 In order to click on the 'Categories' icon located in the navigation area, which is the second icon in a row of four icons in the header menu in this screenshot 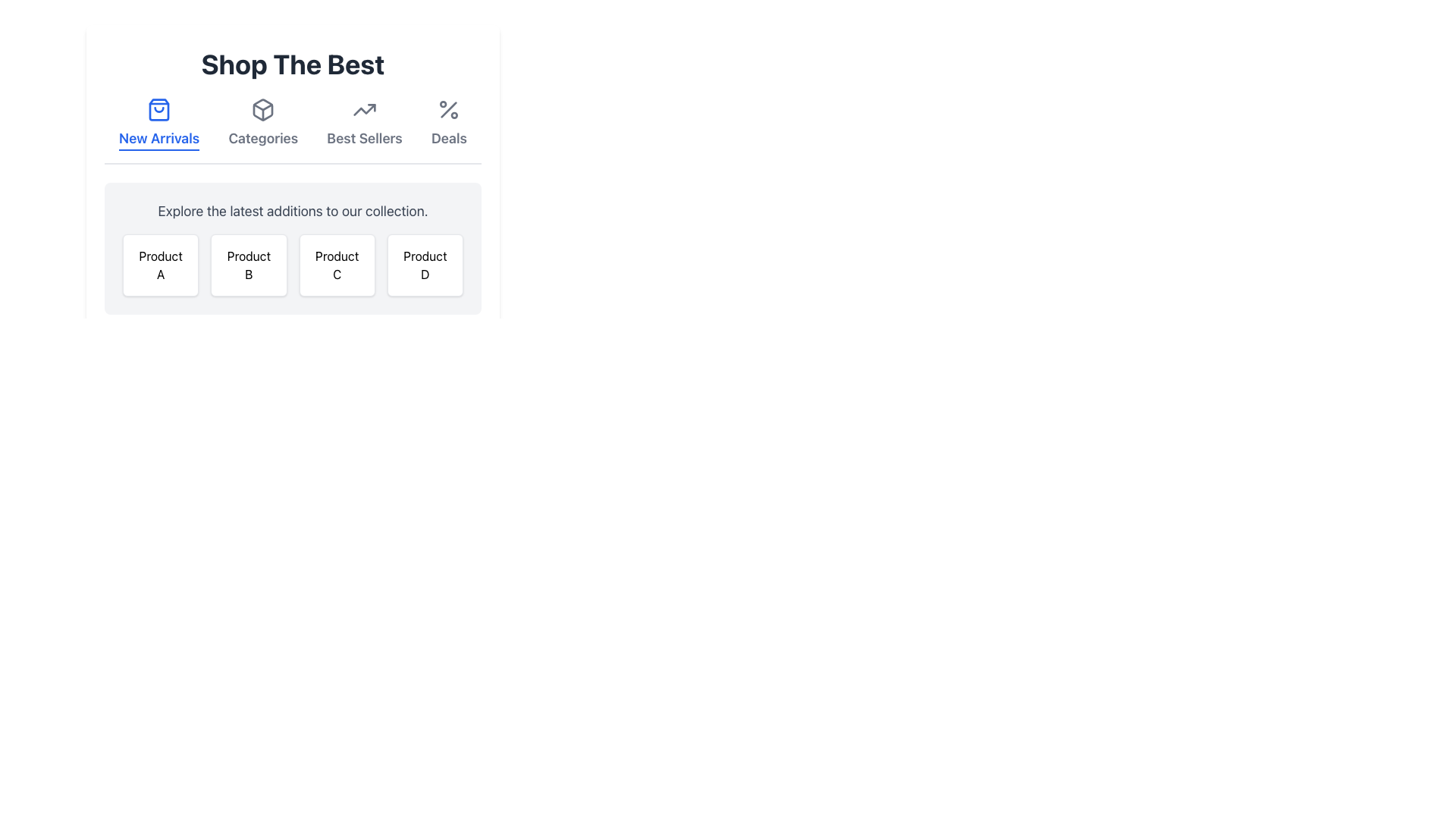, I will do `click(263, 106)`.